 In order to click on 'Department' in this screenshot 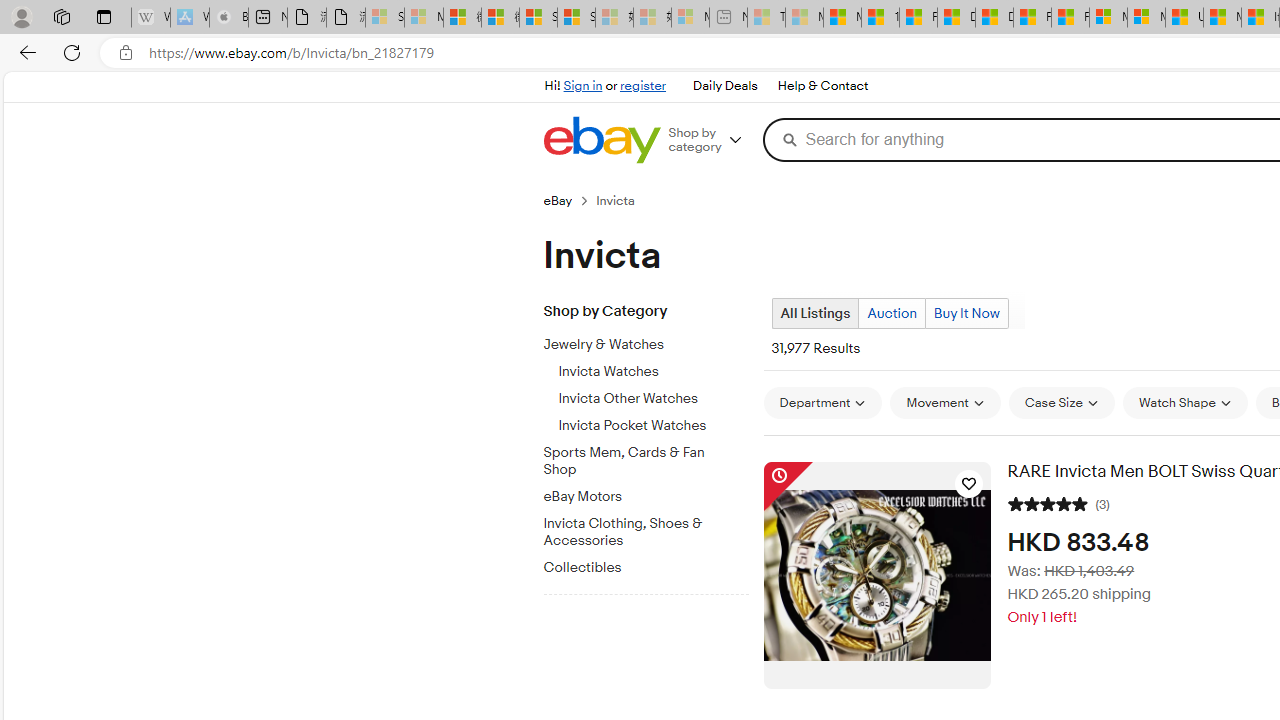, I will do `click(823, 402)`.